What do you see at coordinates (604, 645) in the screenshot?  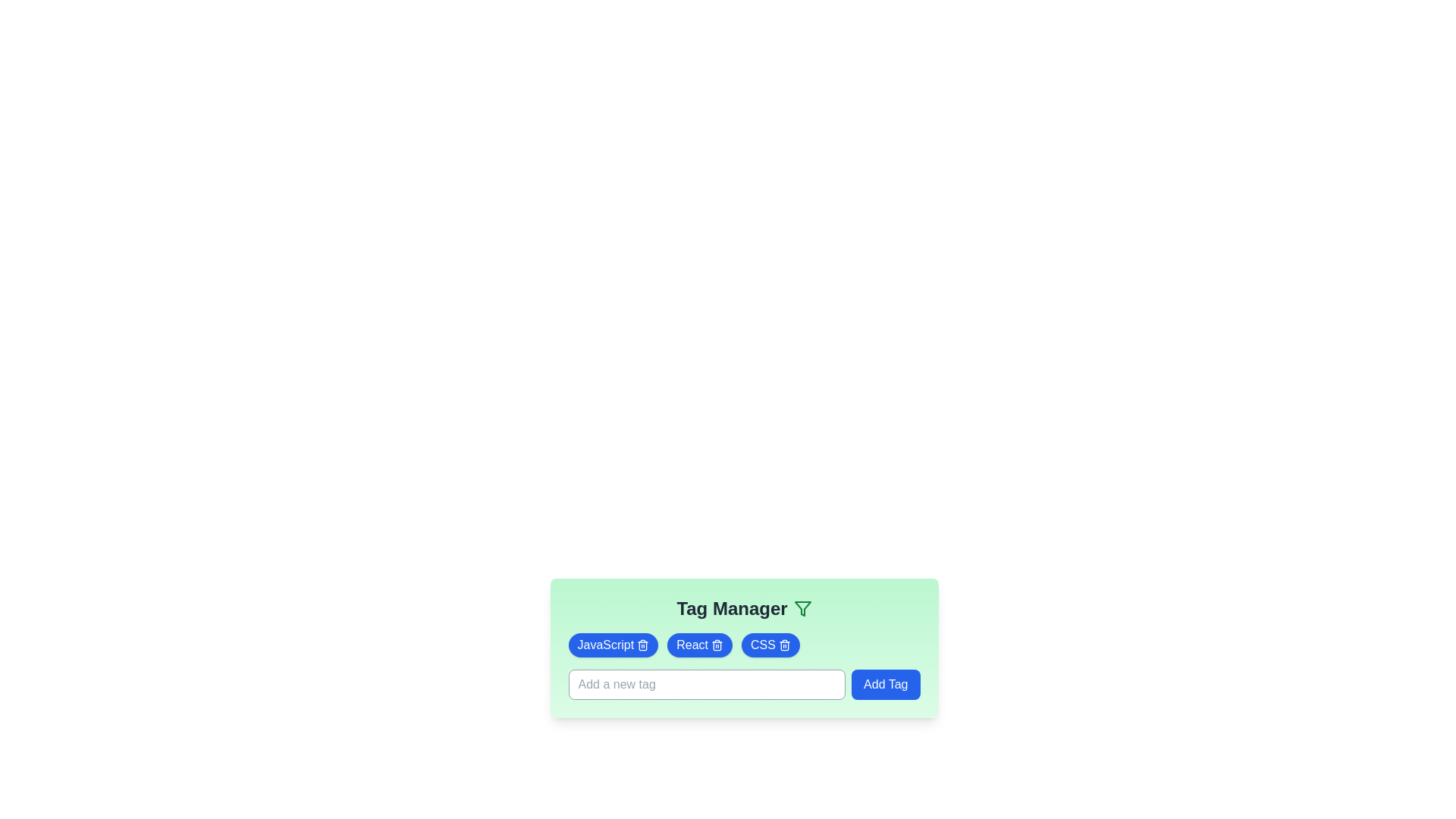 I see `the 'JavaScript' text label` at bounding box center [604, 645].